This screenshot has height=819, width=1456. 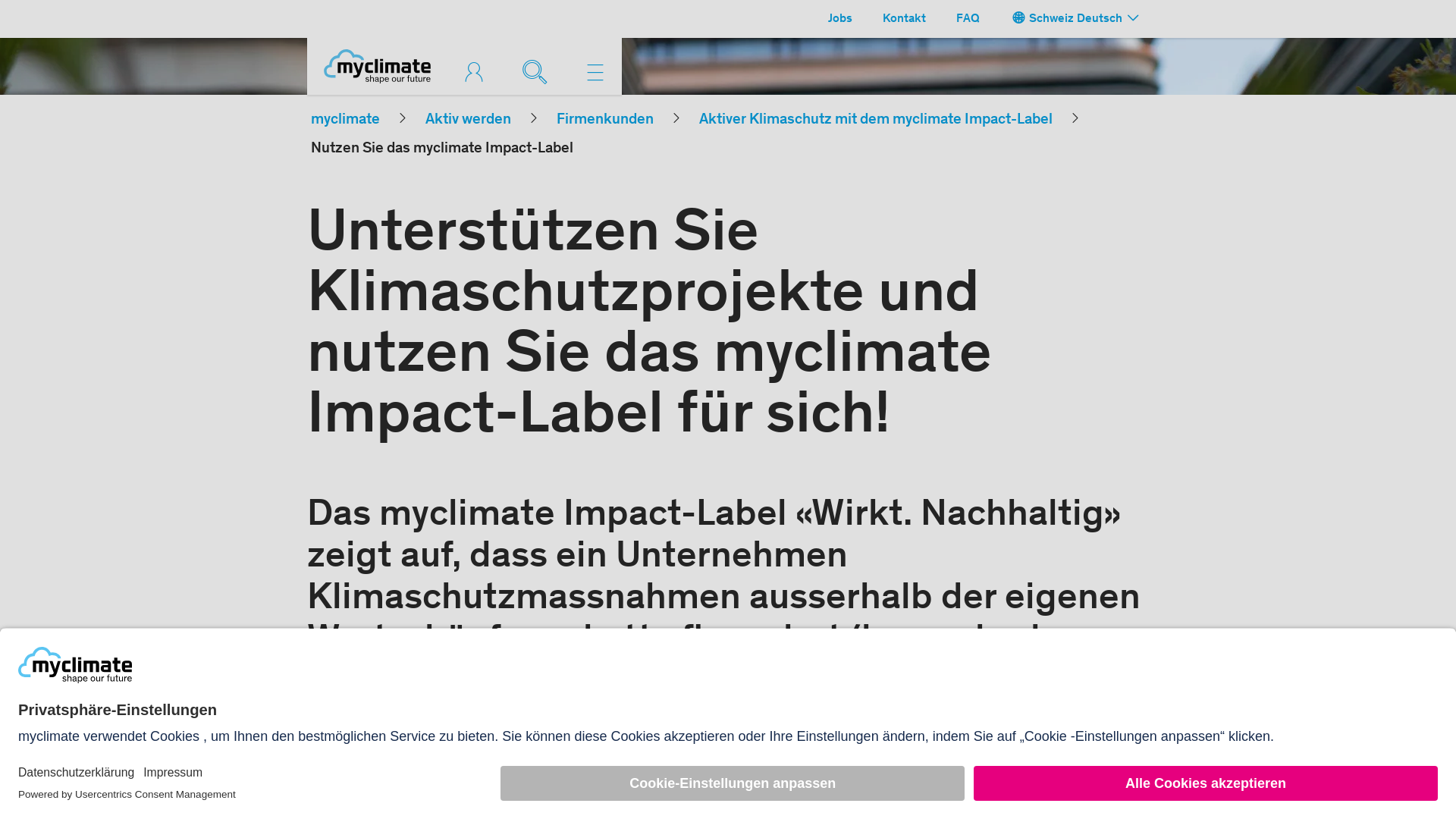 What do you see at coordinates (425, 119) in the screenshot?
I see `'Aktiv werden'` at bounding box center [425, 119].